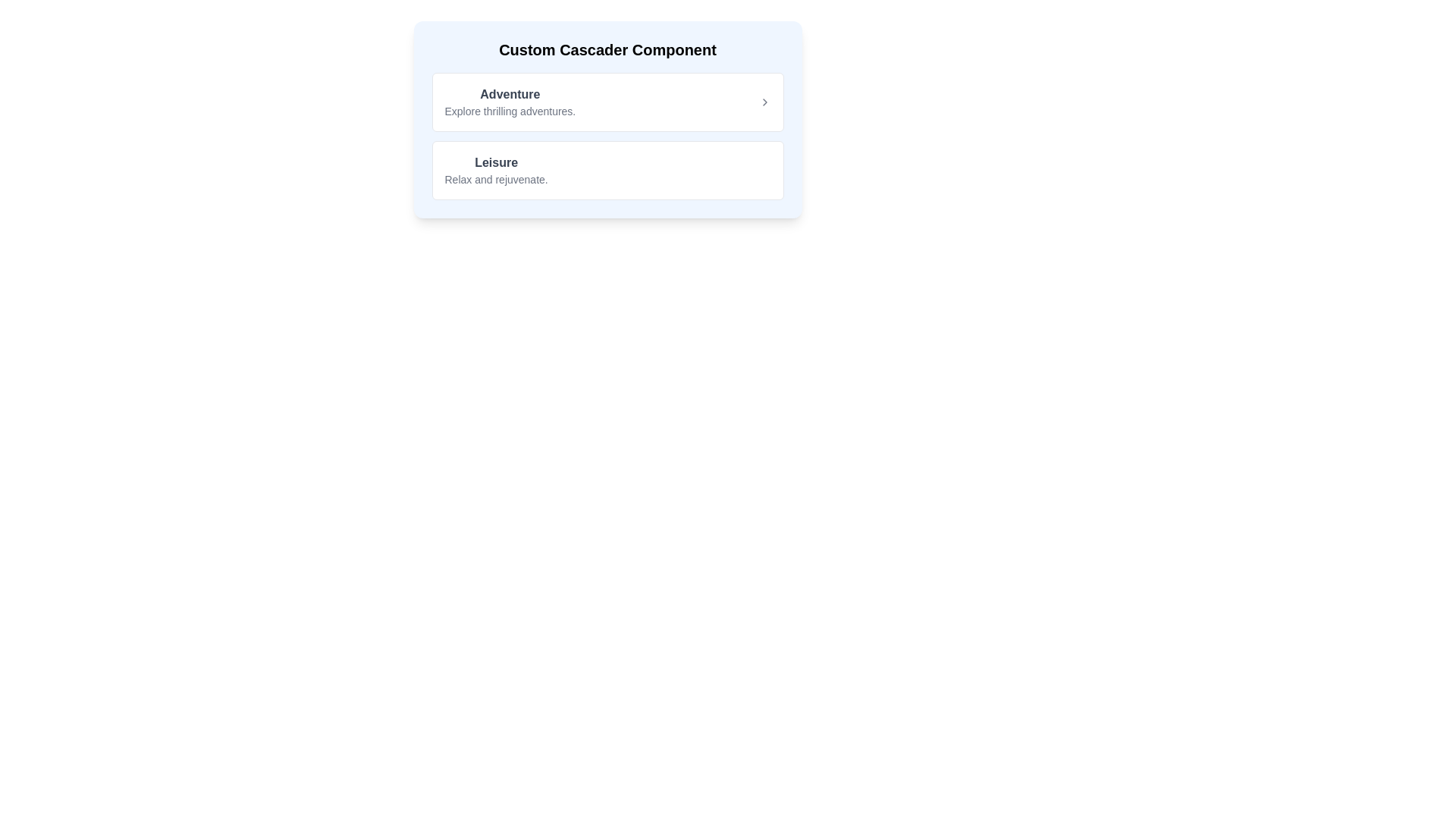  Describe the element at coordinates (496, 163) in the screenshot. I see `the bold dark gray text label reading 'Leisure', which is positioned above the descriptive text 'Relax and rejuvenate.' in the 'Custom Cascader Component' menu` at that location.